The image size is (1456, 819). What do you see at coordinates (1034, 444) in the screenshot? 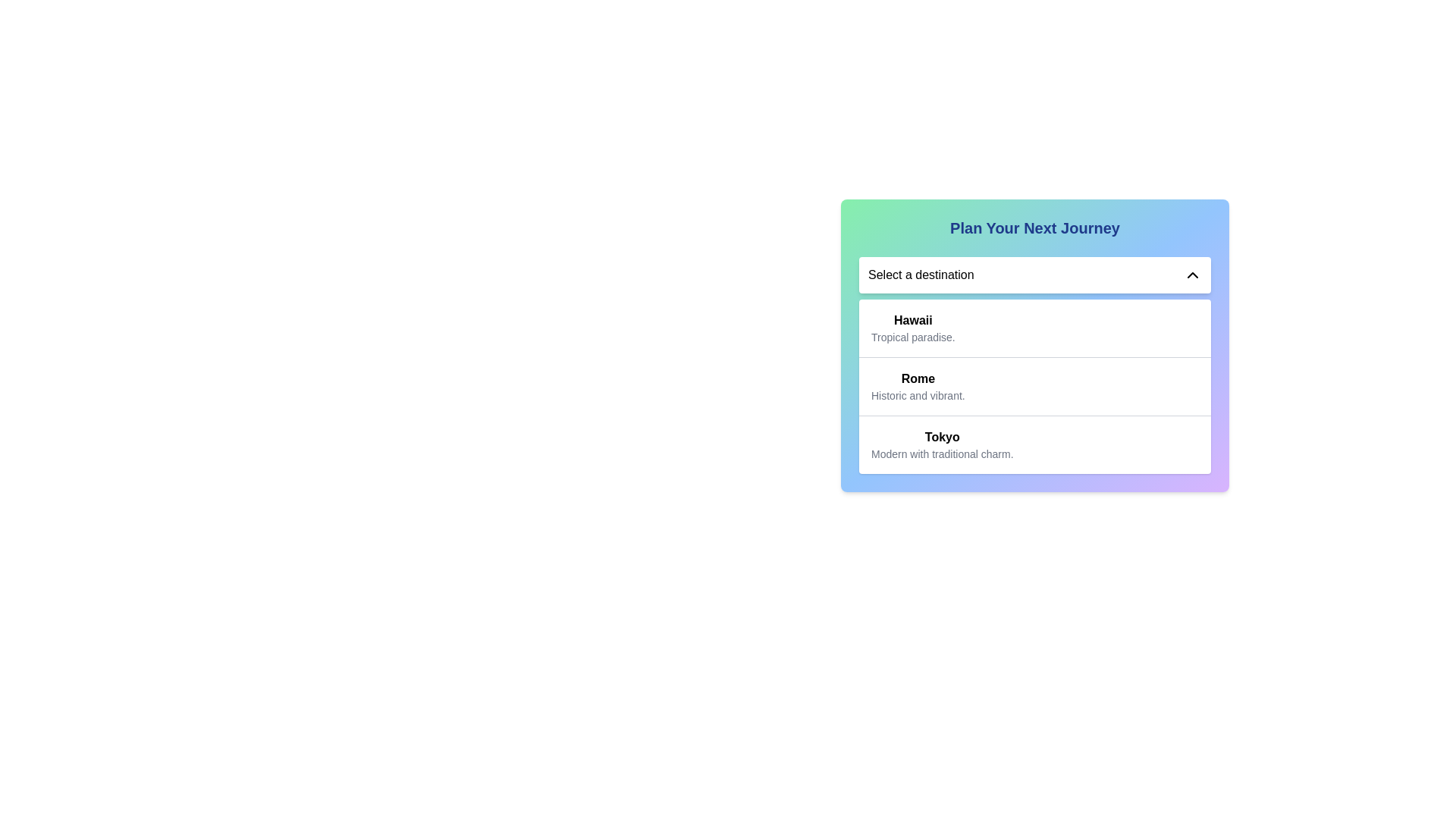
I see `the third item in the destination picker list` at bounding box center [1034, 444].